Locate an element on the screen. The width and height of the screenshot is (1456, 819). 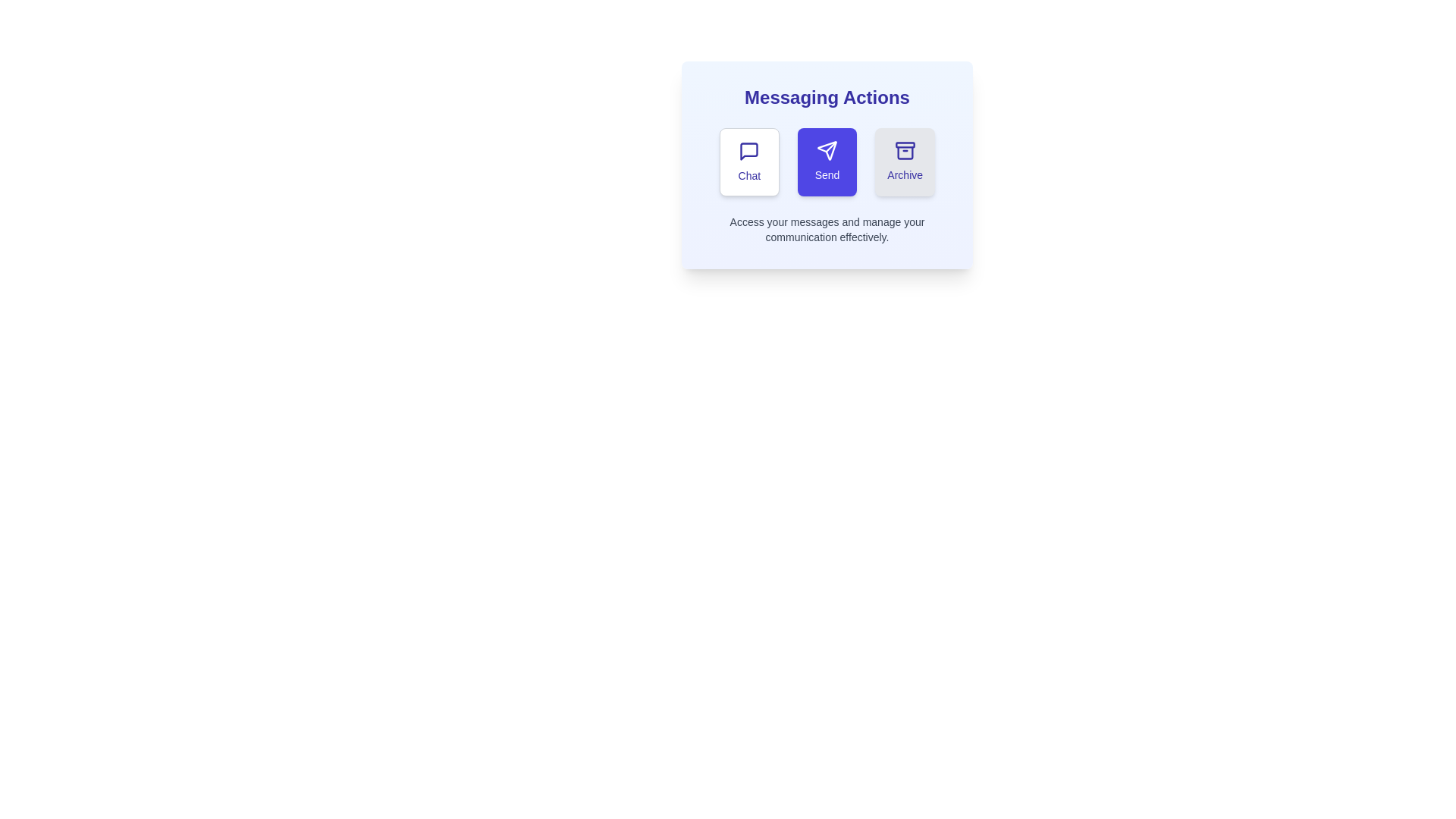
the static text block that provides descriptive information or guidance, located at the bottom of the card layout, beneath the buttons labeled 'Chat,' 'Send,' and 'Archive.' is located at coordinates (826, 230).